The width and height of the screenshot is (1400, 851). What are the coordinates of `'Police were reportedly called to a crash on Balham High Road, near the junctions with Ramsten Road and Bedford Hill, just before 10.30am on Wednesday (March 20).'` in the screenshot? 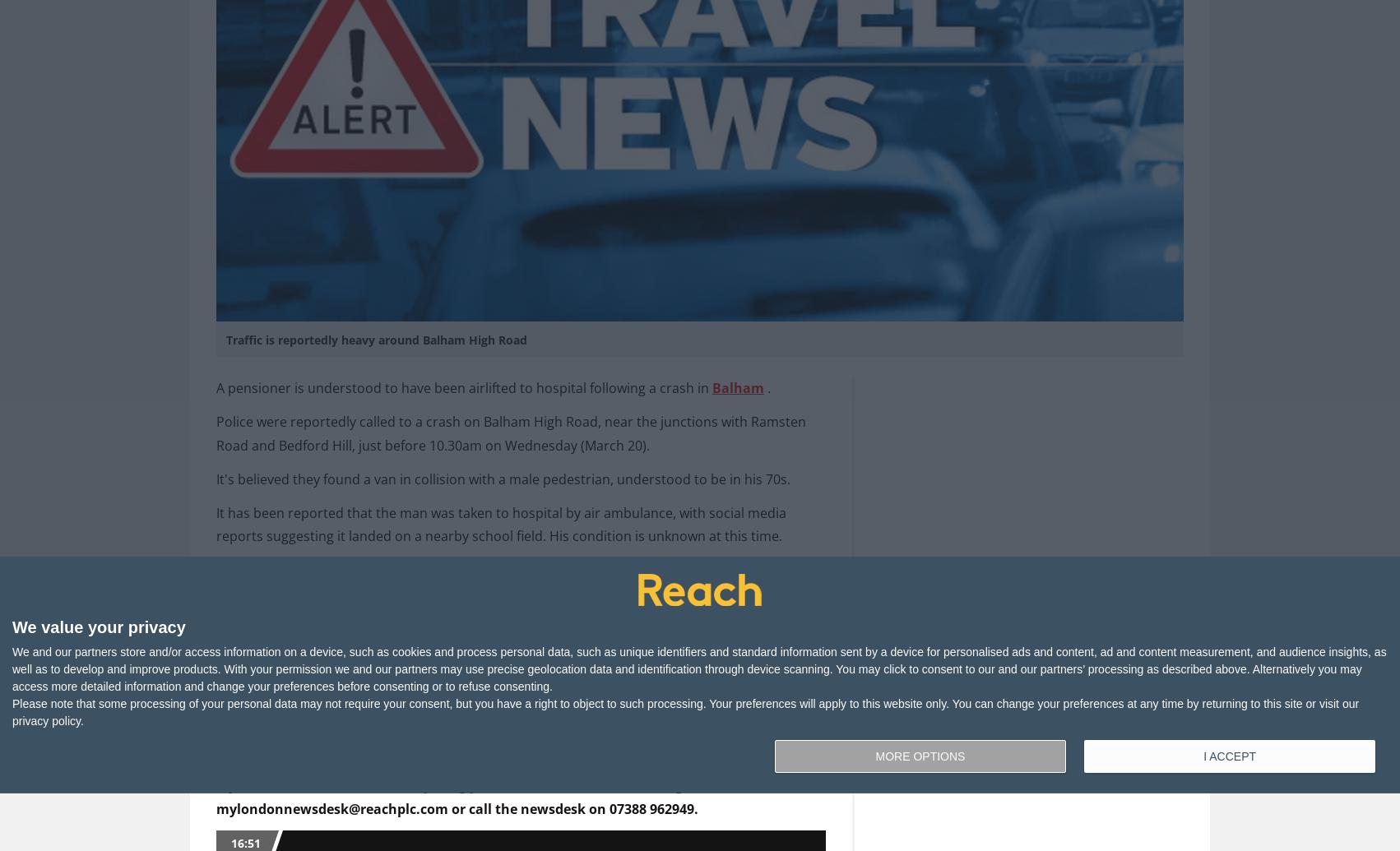 It's located at (511, 432).